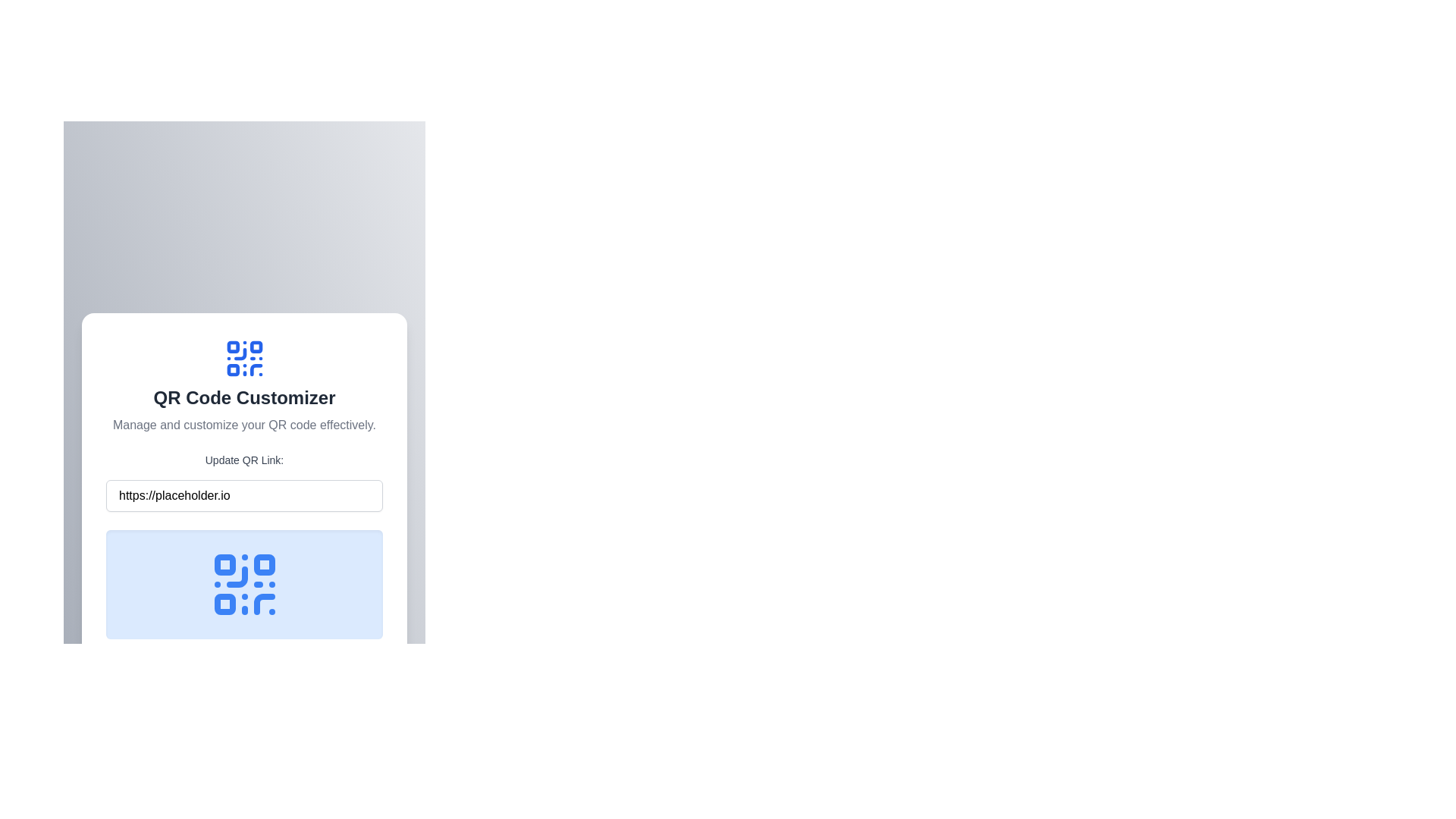  I want to click on the second square in the top row of the QR code graphic, which is a decorative component of the SVG illustration, so click(264, 564).